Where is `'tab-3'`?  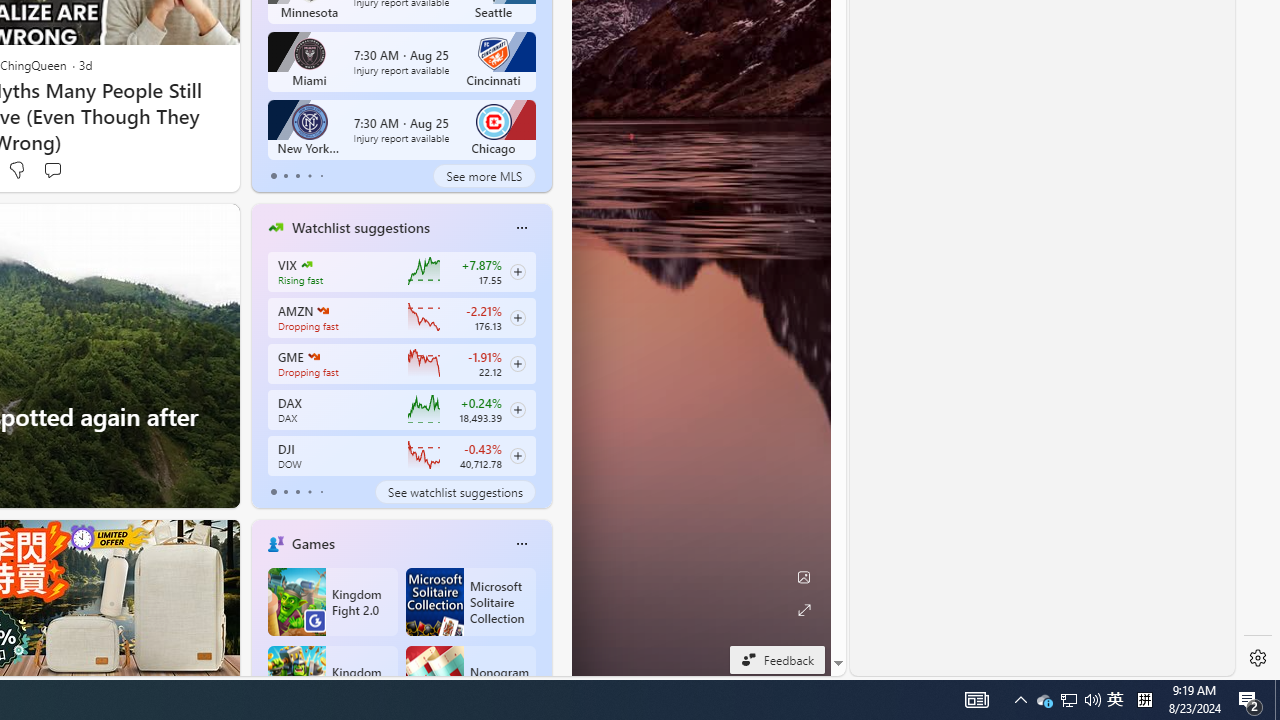
'tab-3' is located at coordinates (308, 492).